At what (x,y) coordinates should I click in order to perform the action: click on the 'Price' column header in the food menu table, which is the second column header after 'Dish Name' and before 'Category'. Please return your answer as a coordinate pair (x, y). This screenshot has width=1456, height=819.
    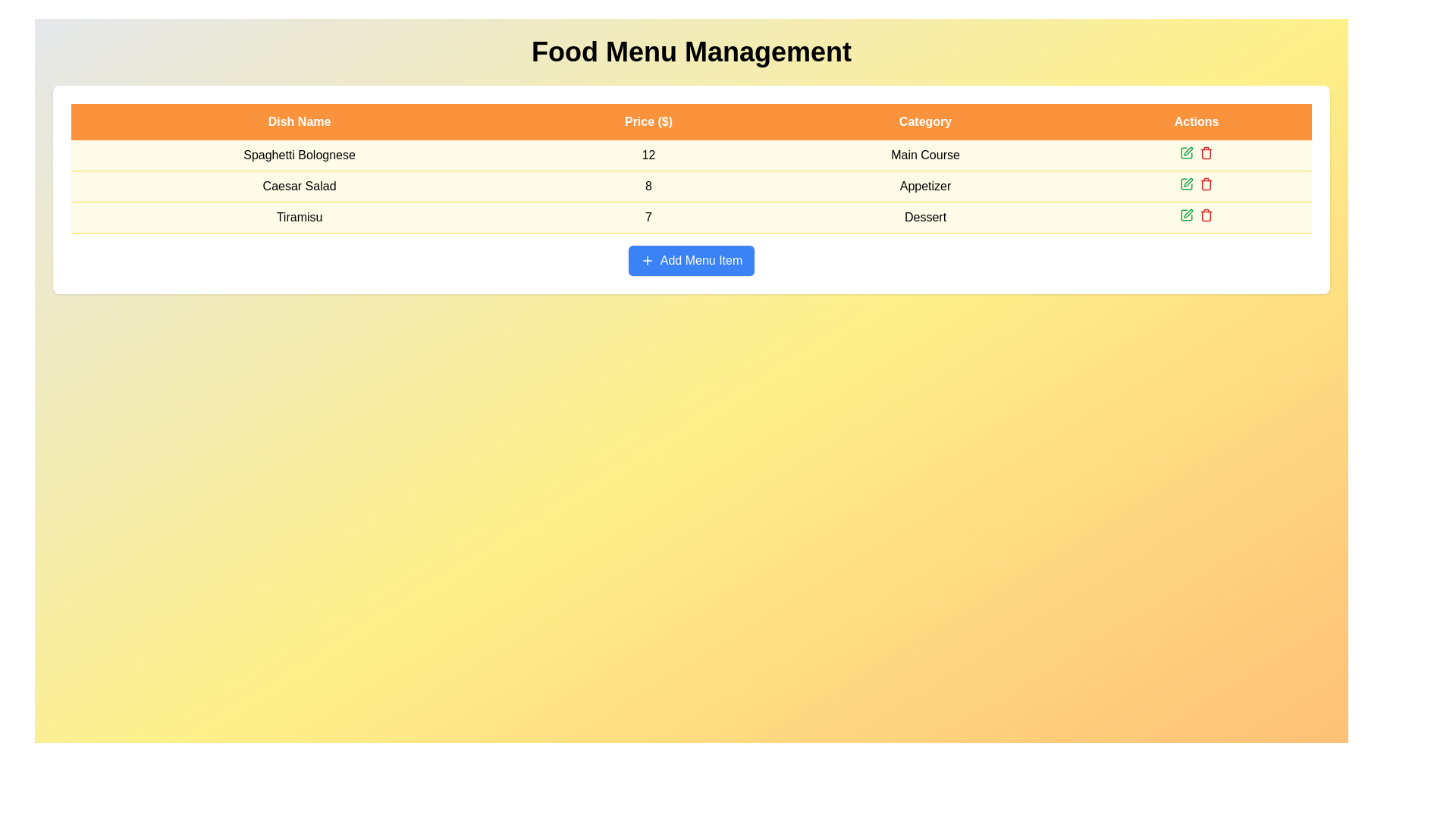
    Looking at the image, I should click on (648, 121).